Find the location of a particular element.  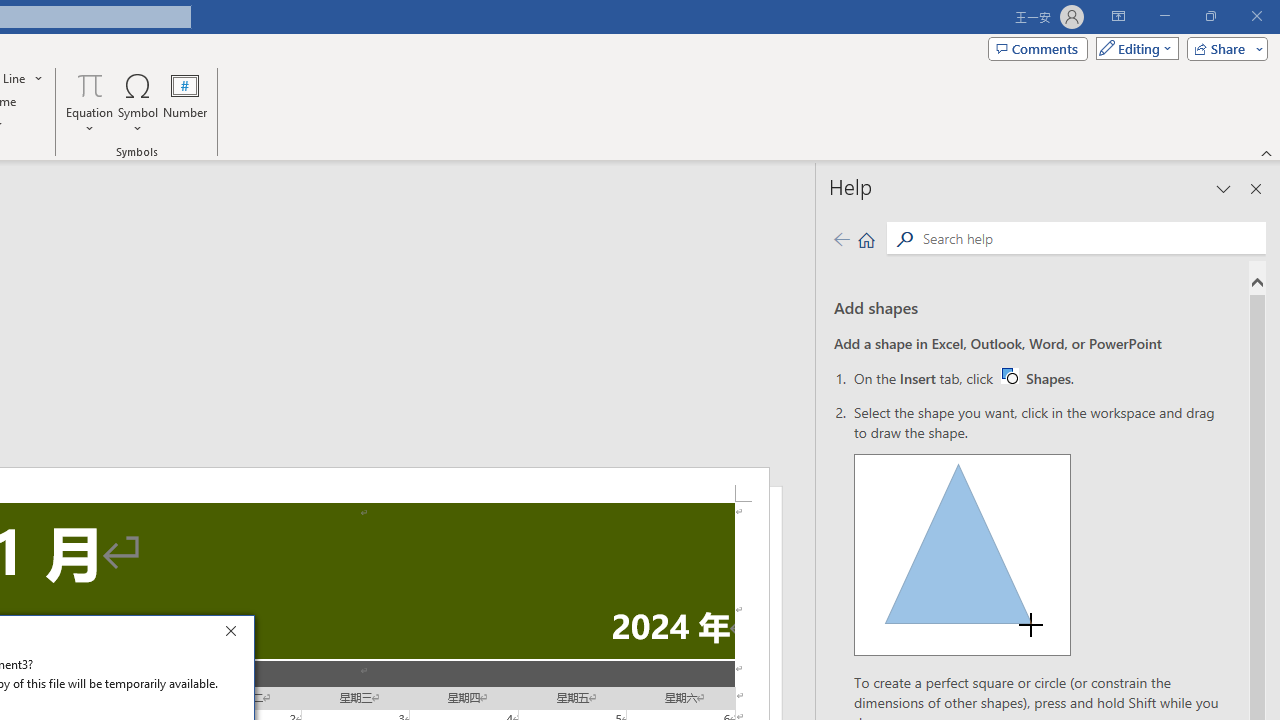

'Comments' is located at coordinates (1038, 47).